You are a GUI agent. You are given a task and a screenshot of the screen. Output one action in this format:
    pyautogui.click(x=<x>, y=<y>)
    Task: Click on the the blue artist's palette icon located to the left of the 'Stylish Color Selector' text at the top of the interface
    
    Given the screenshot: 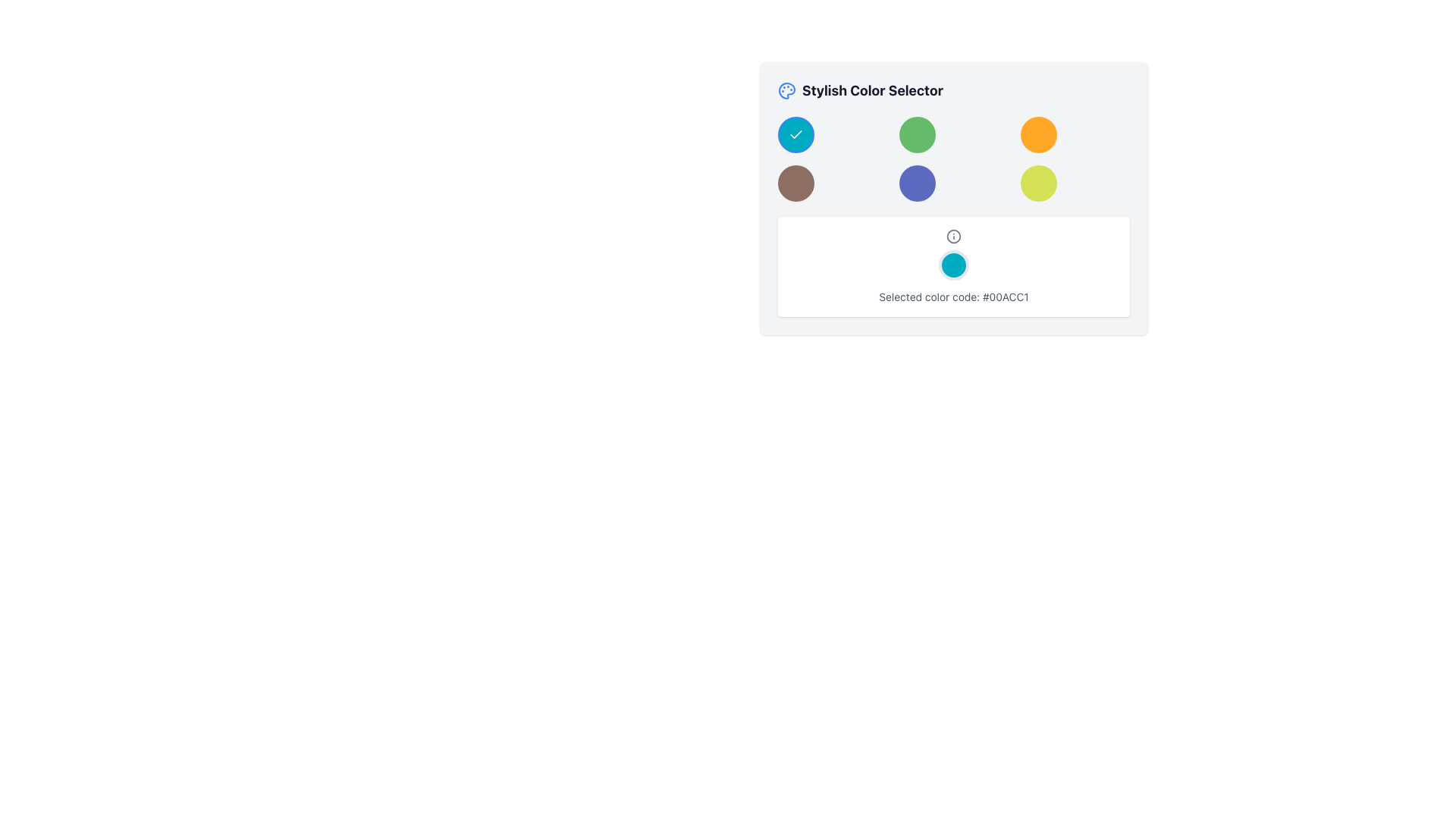 What is the action you would take?
    pyautogui.click(x=786, y=90)
    